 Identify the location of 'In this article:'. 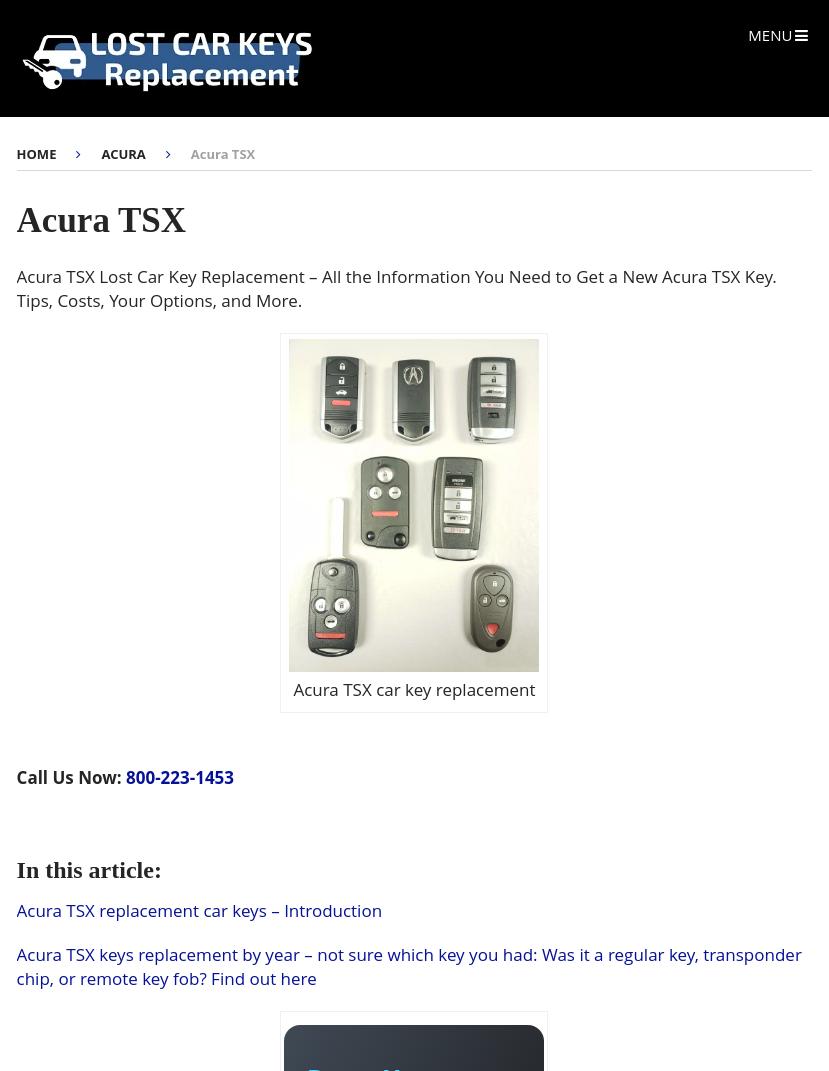
(15, 869).